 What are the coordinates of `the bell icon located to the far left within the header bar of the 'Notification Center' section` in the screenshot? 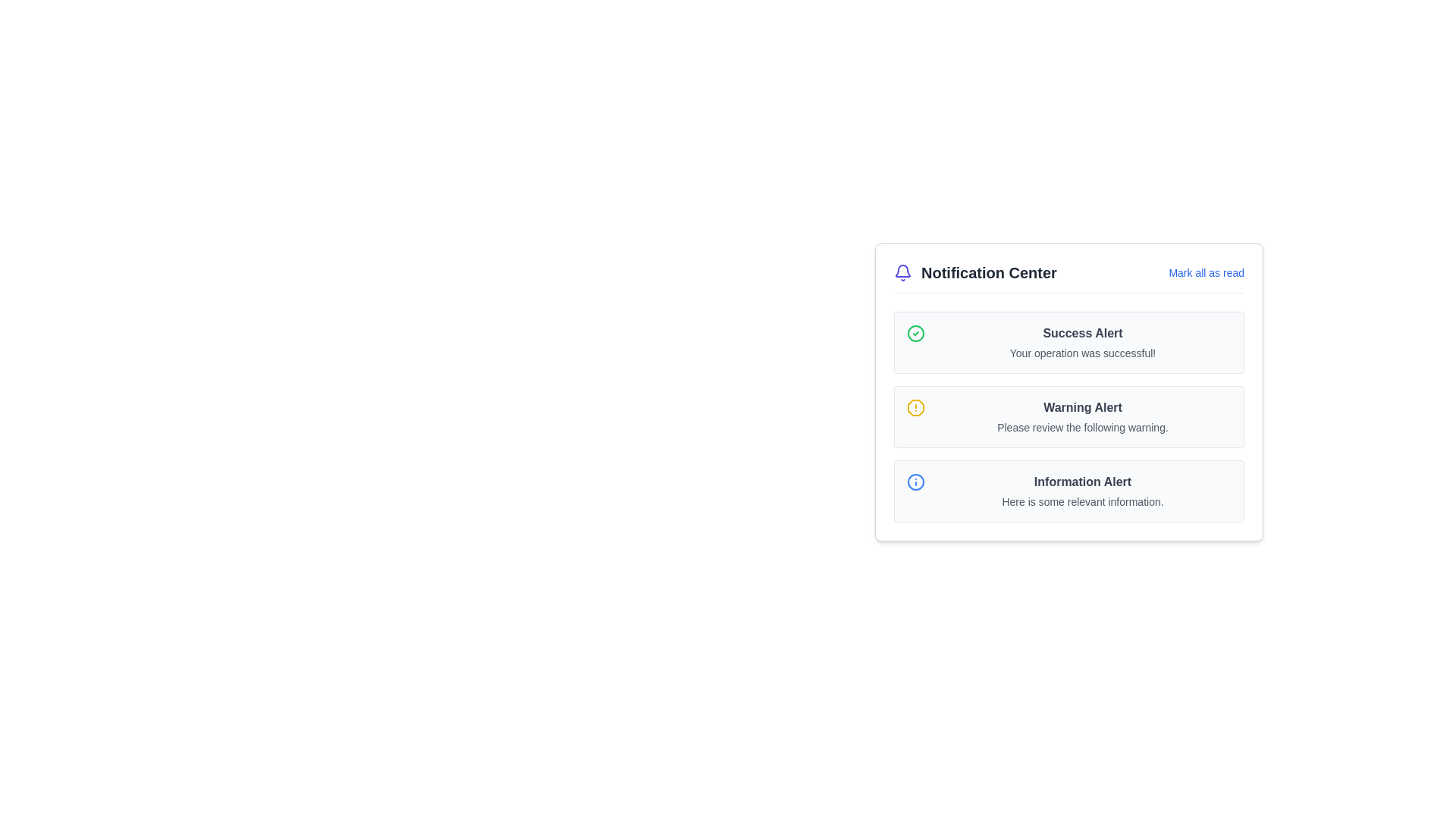 It's located at (902, 271).